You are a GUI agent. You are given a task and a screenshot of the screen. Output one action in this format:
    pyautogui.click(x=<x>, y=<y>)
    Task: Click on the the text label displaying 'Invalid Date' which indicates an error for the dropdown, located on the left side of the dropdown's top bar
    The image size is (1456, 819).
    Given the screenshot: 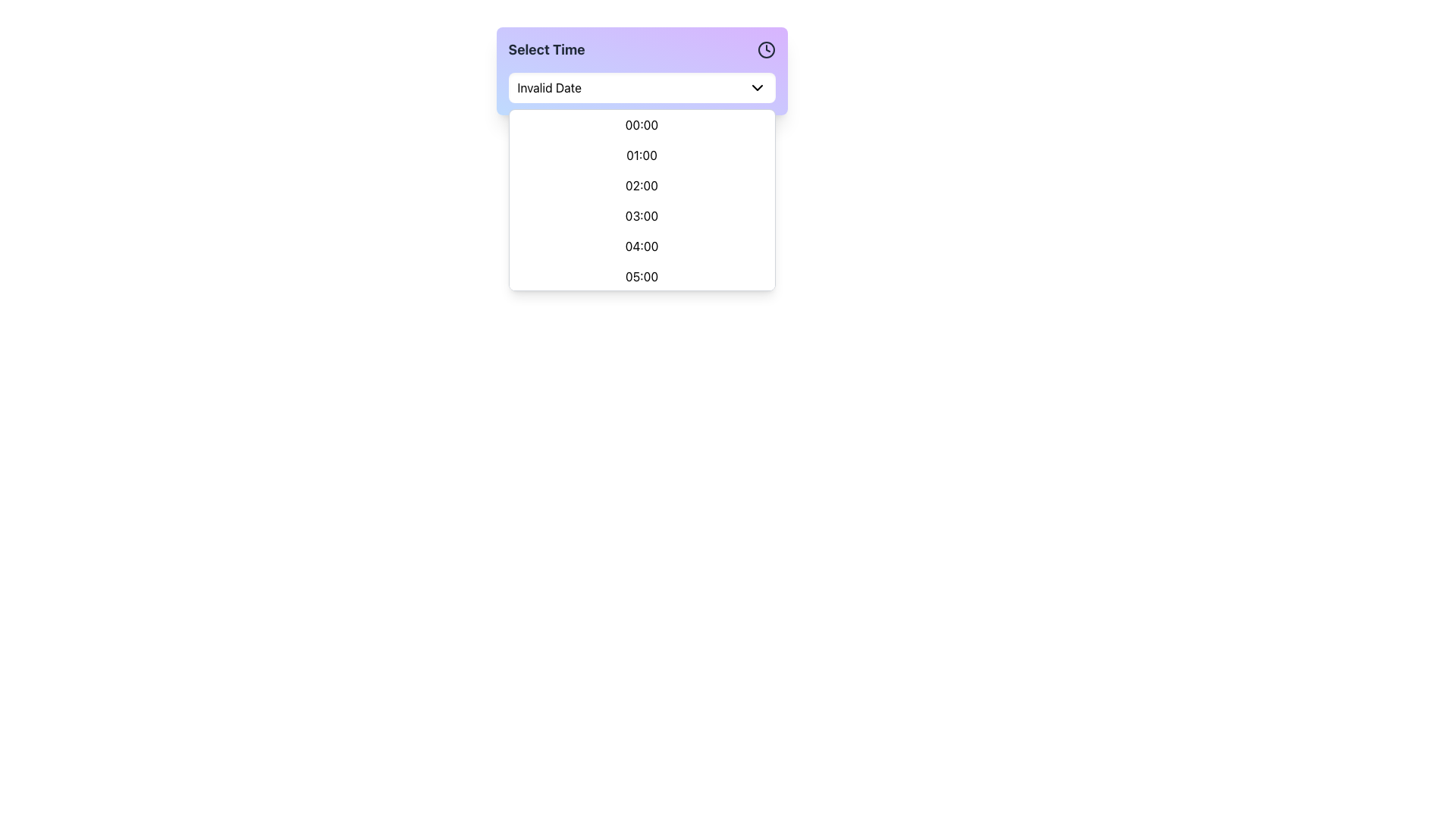 What is the action you would take?
    pyautogui.click(x=548, y=87)
    